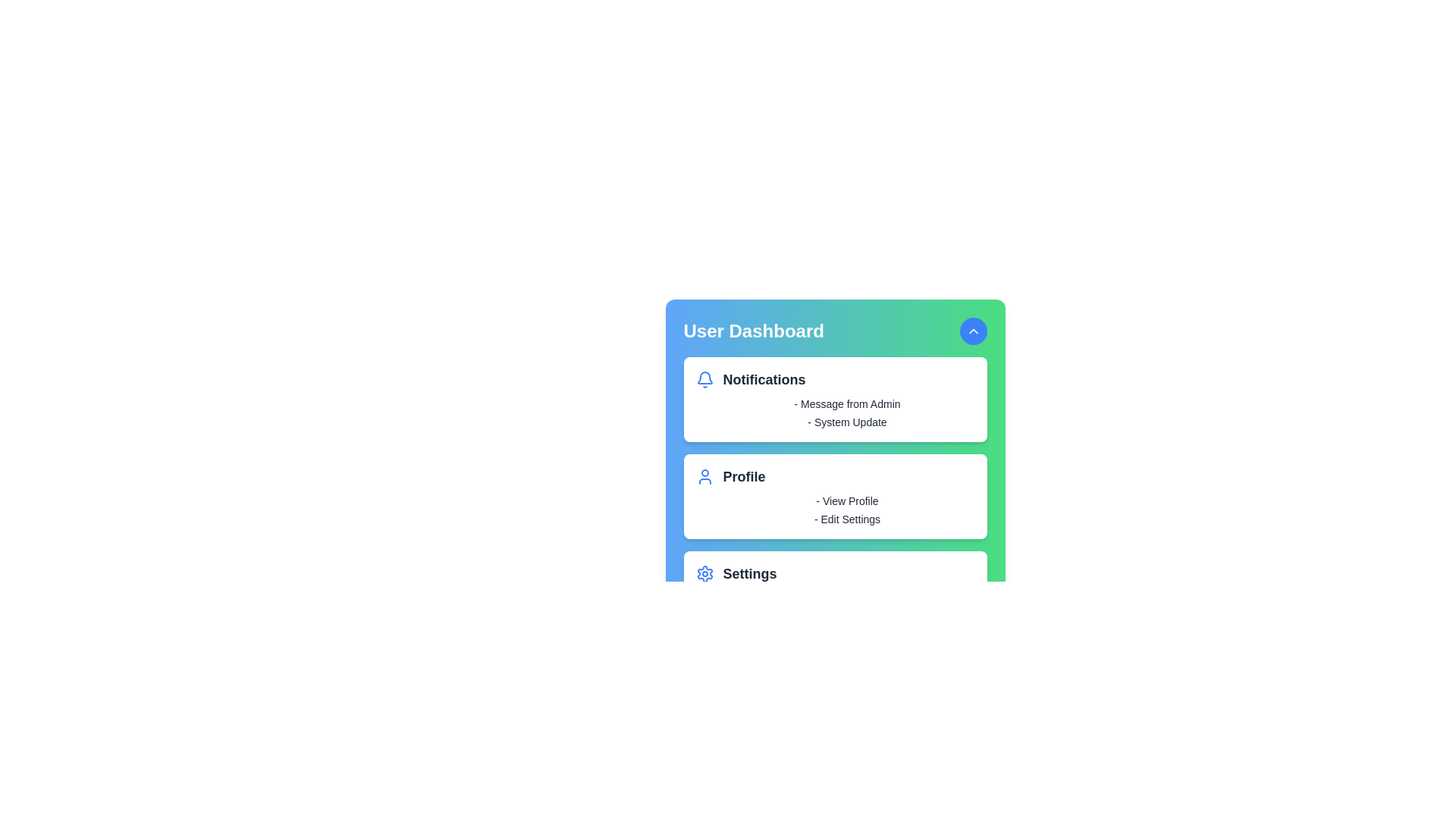 Image resolution: width=1456 pixels, height=819 pixels. I want to click on the toggle button in the header to toggle the menu visibility, so click(973, 330).